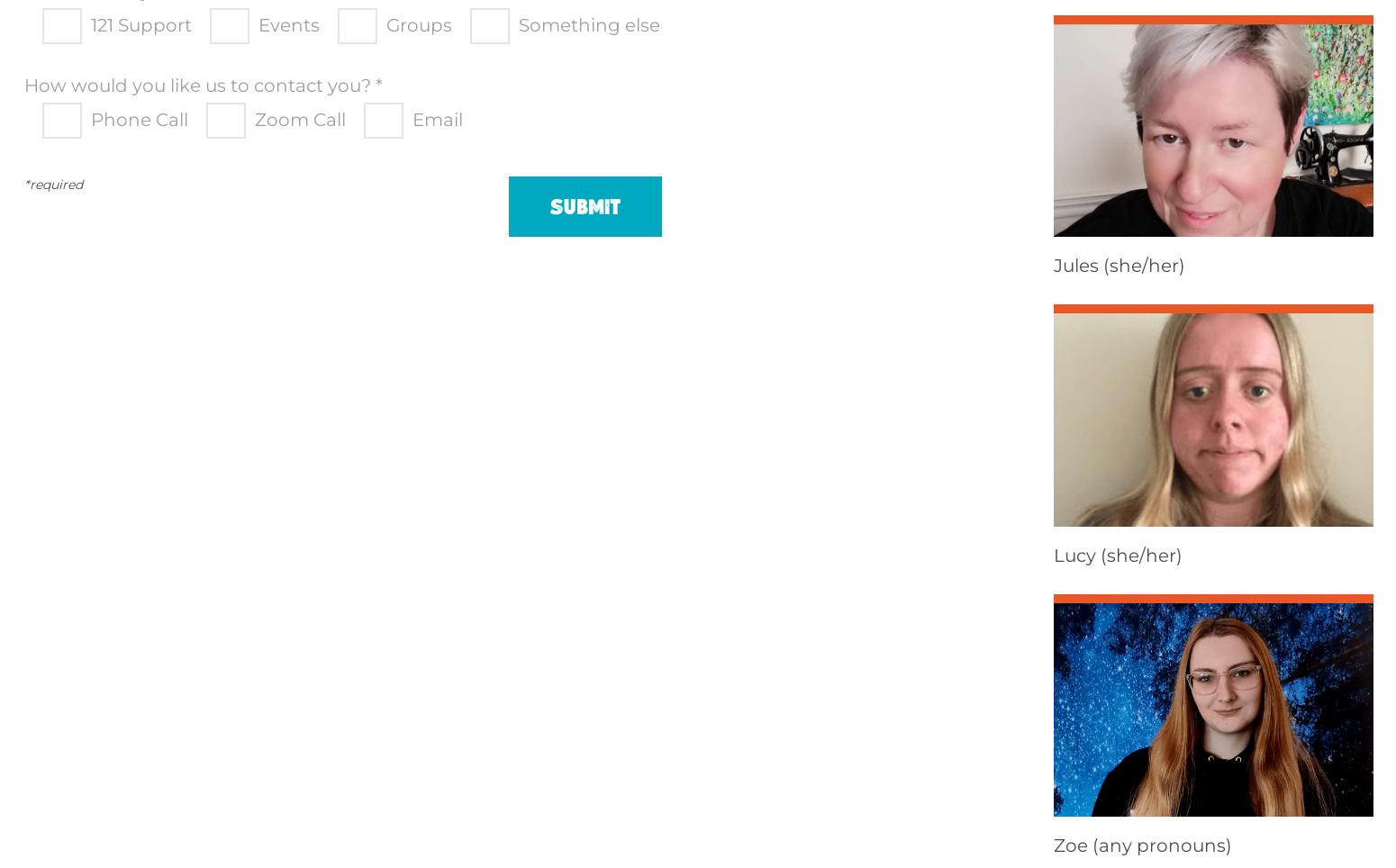 The width and height of the screenshot is (1396, 868). Describe the element at coordinates (1117, 555) in the screenshot. I see `'Lucy (she/her)'` at that location.